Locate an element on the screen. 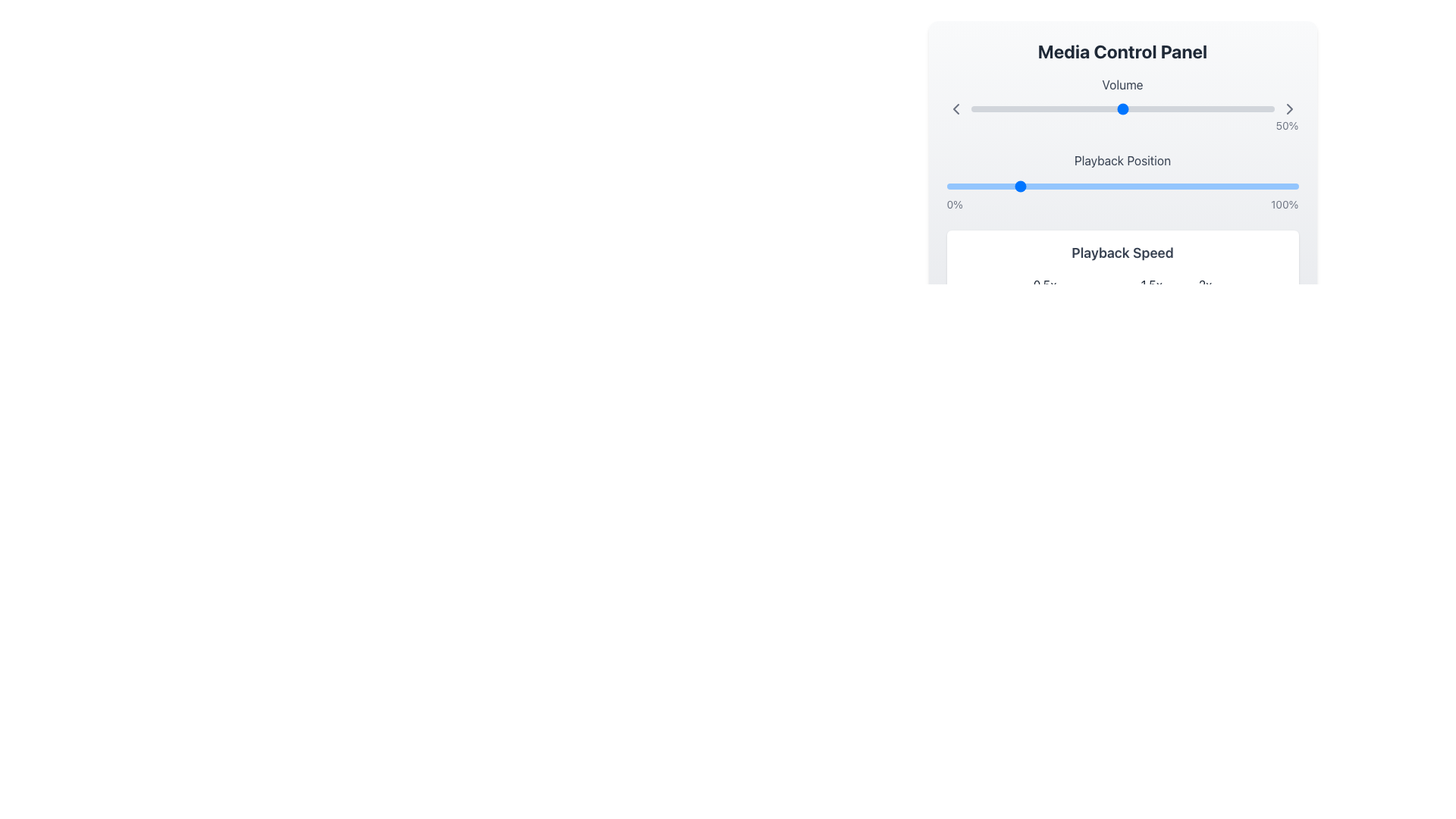 The width and height of the screenshot is (1456, 819). the playback position is located at coordinates (1150, 186).